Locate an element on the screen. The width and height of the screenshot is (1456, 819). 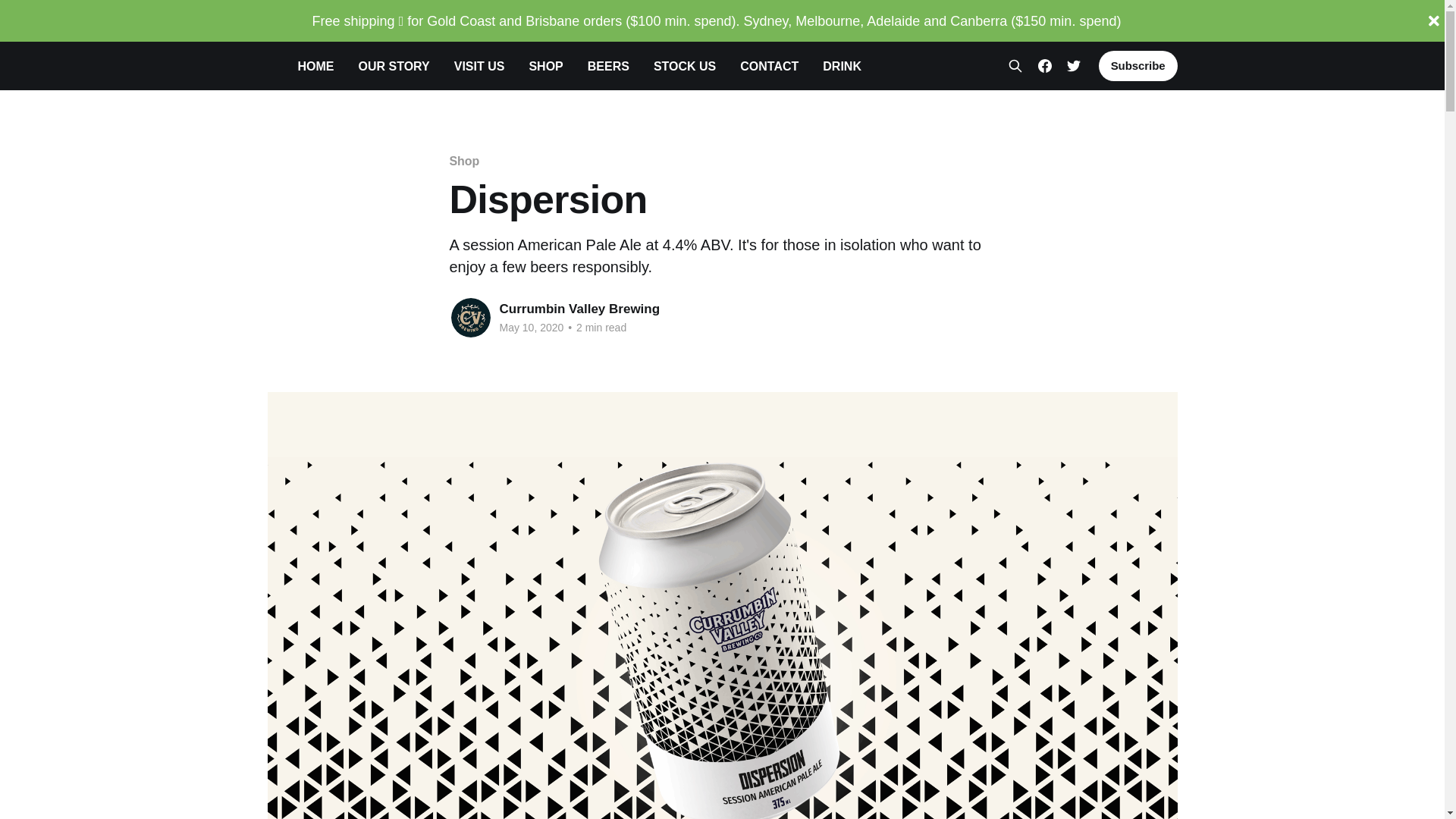
'CONTACT' is located at coordinates (739, 65).